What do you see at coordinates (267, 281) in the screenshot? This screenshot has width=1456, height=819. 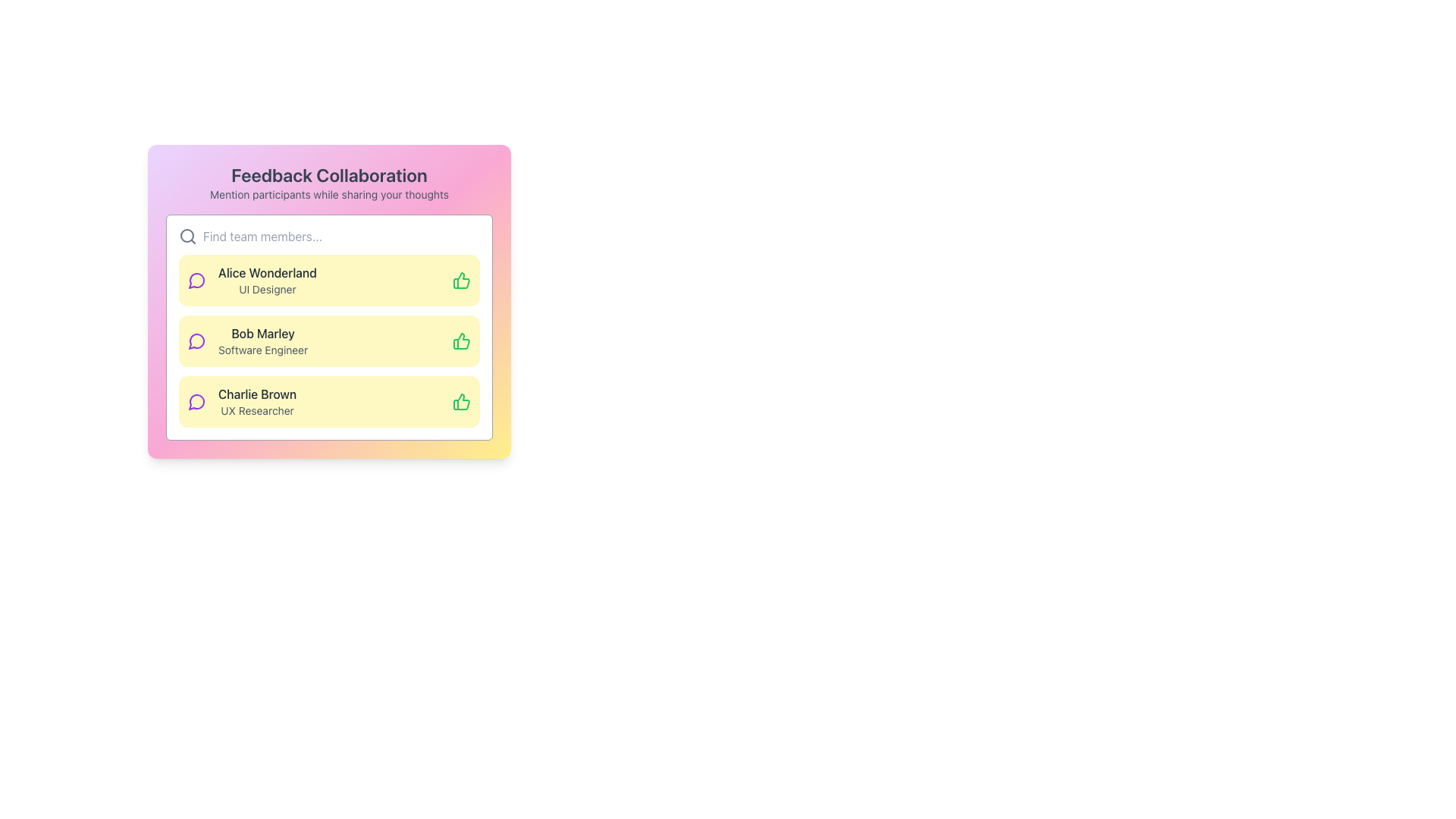 I see `the text display that shows the name and role of the top participant in the feedback collaboration interface, which is centrally located above the participants 'Bob Marley' and 'Charlie Brown'` at bounding box center [267, 281].